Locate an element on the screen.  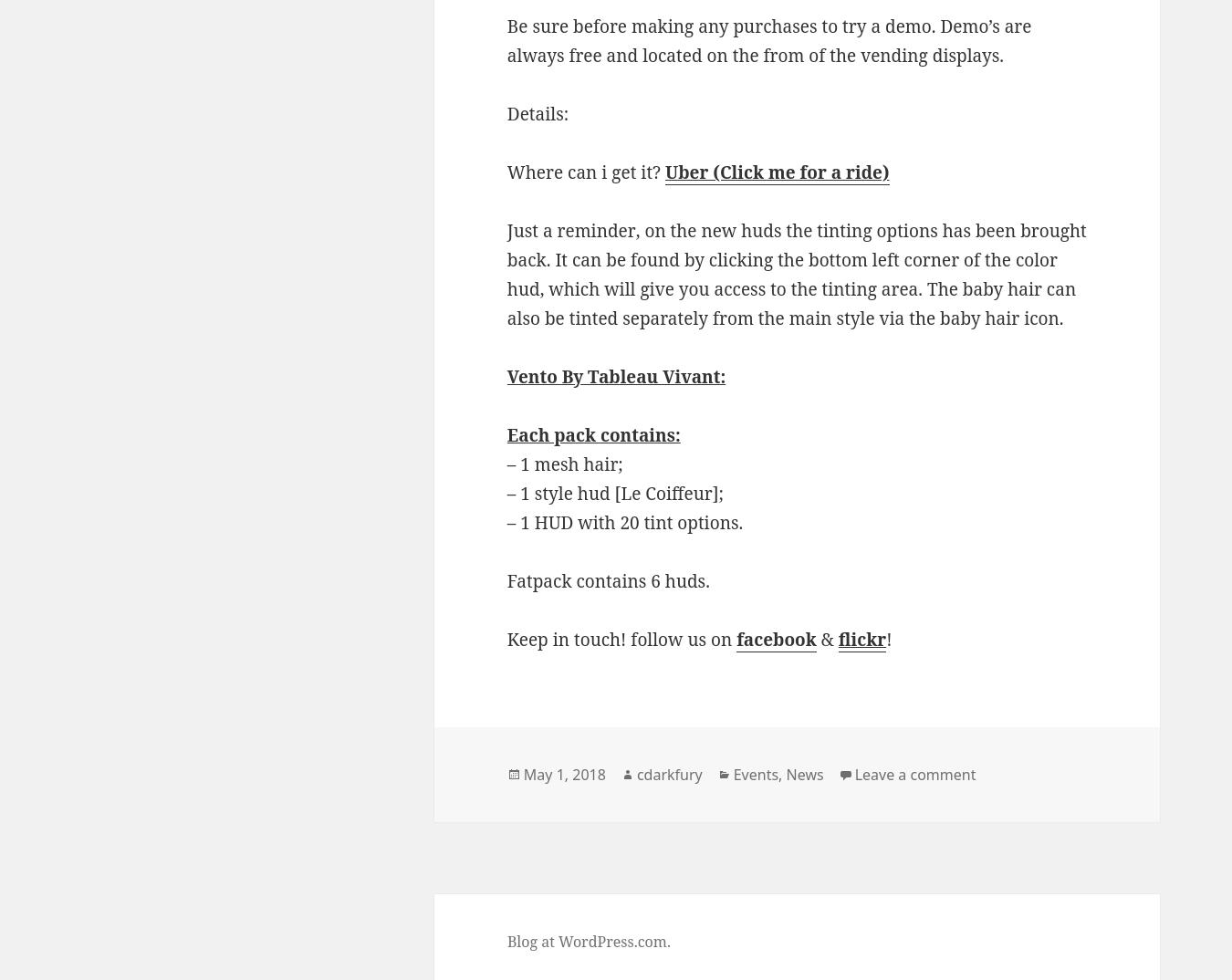
'Each pack contains:' is located at coordinates (593, 433).